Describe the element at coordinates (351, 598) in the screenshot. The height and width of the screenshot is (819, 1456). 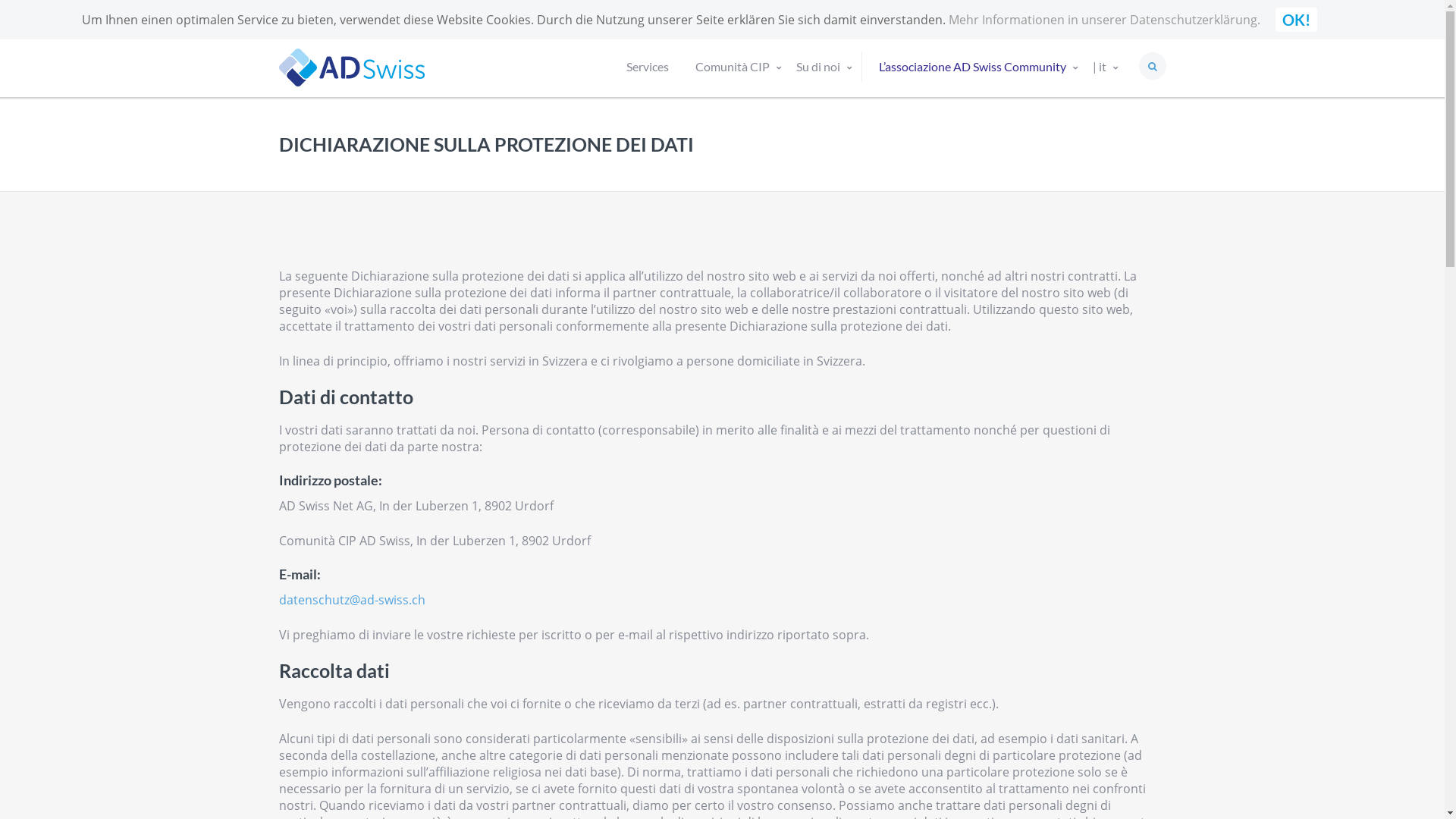
I see `'datenschutz@ad-swiss.ch'` at that location.